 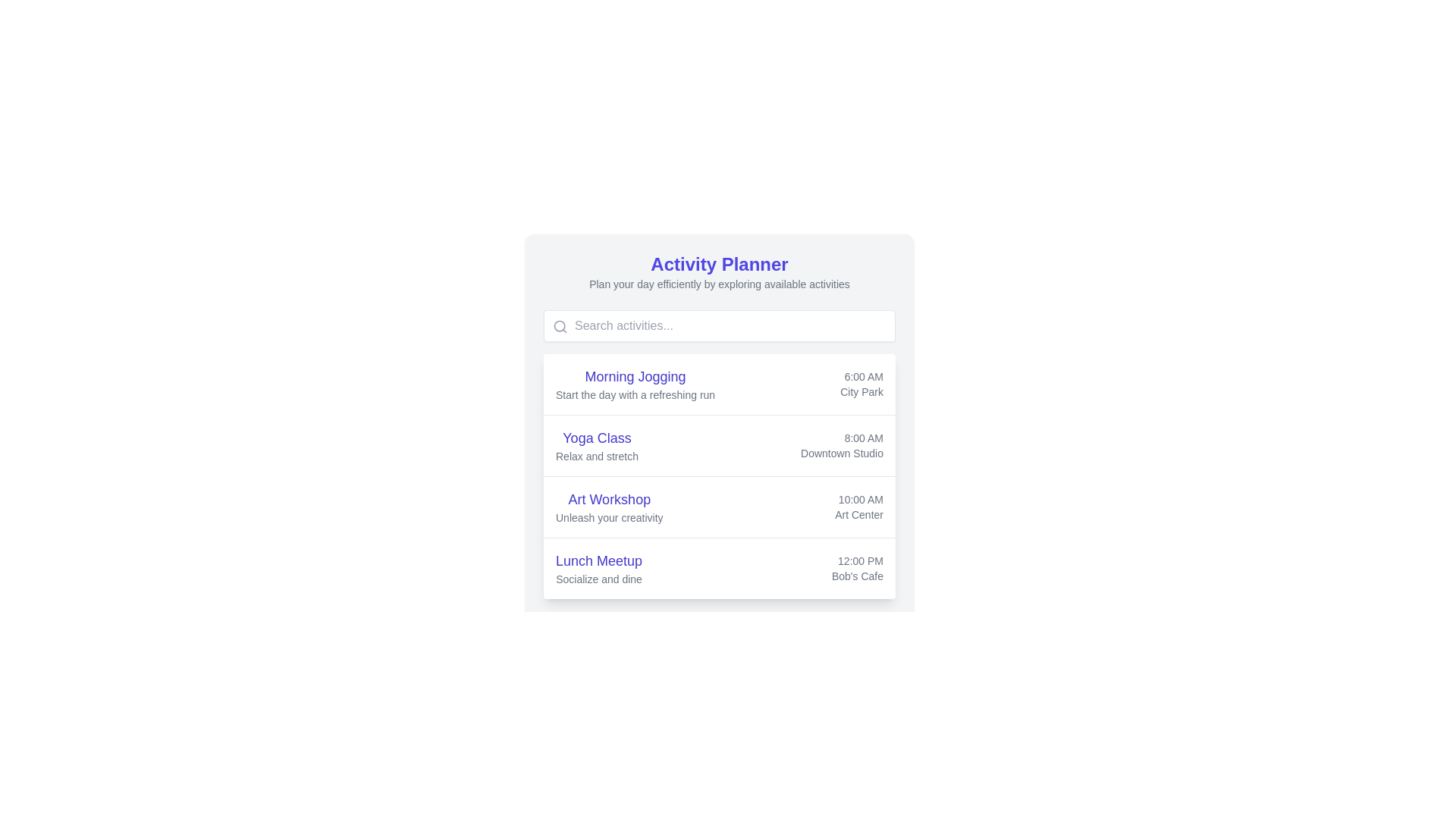 What do you see at coordinates (598, 579) in the screenshot?
I see `the static text that provides additional details related to the 'Lunch Meetup' activity, positioned beneath the title in the 'Activity Planner' layout` at bounding box center [598, 579].